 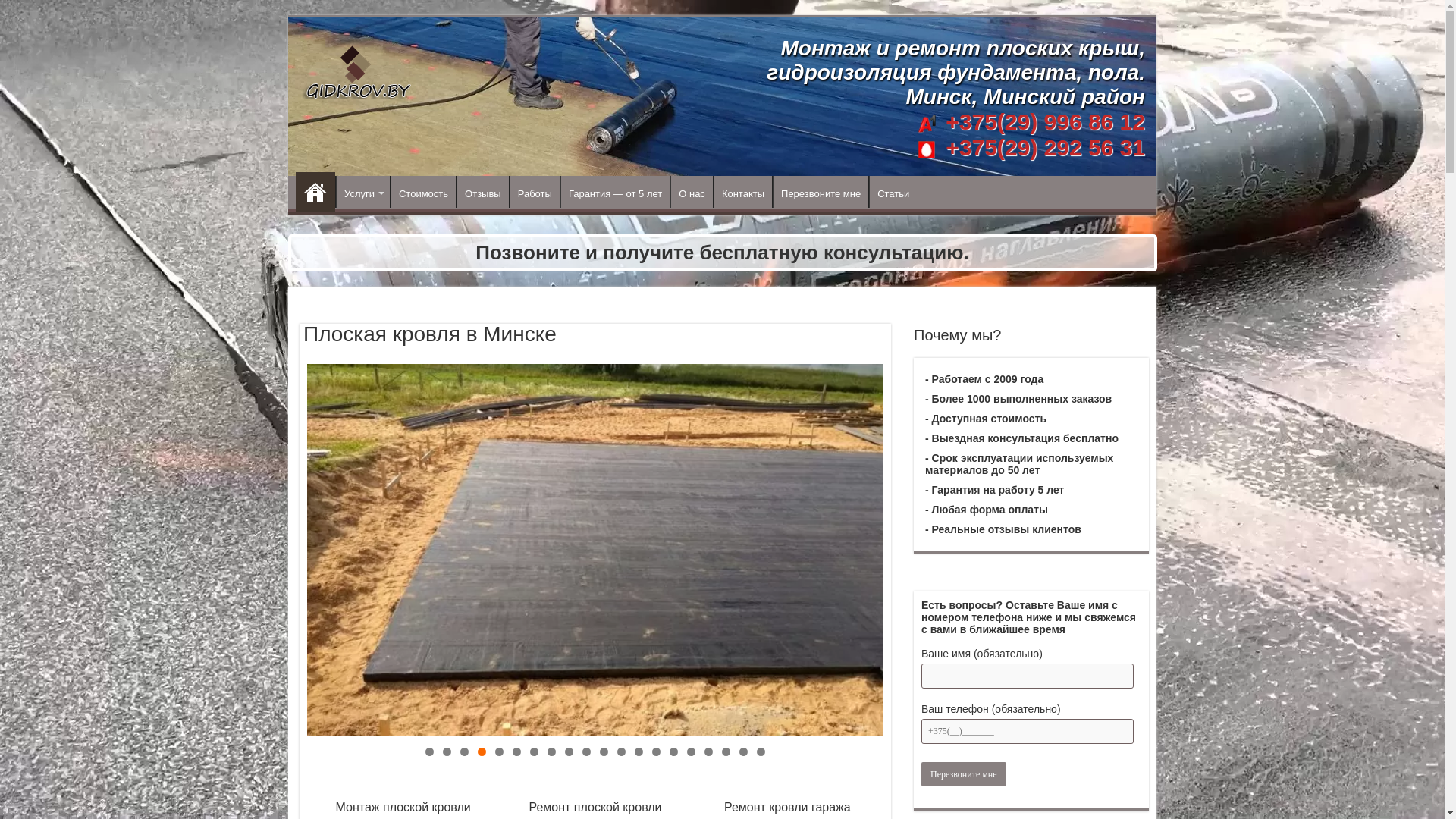 What do you see at coordinates (1041, 147) in the screenshot?
I see `'+375(29) 292 56 31'` at bounding box center [1041, 147].